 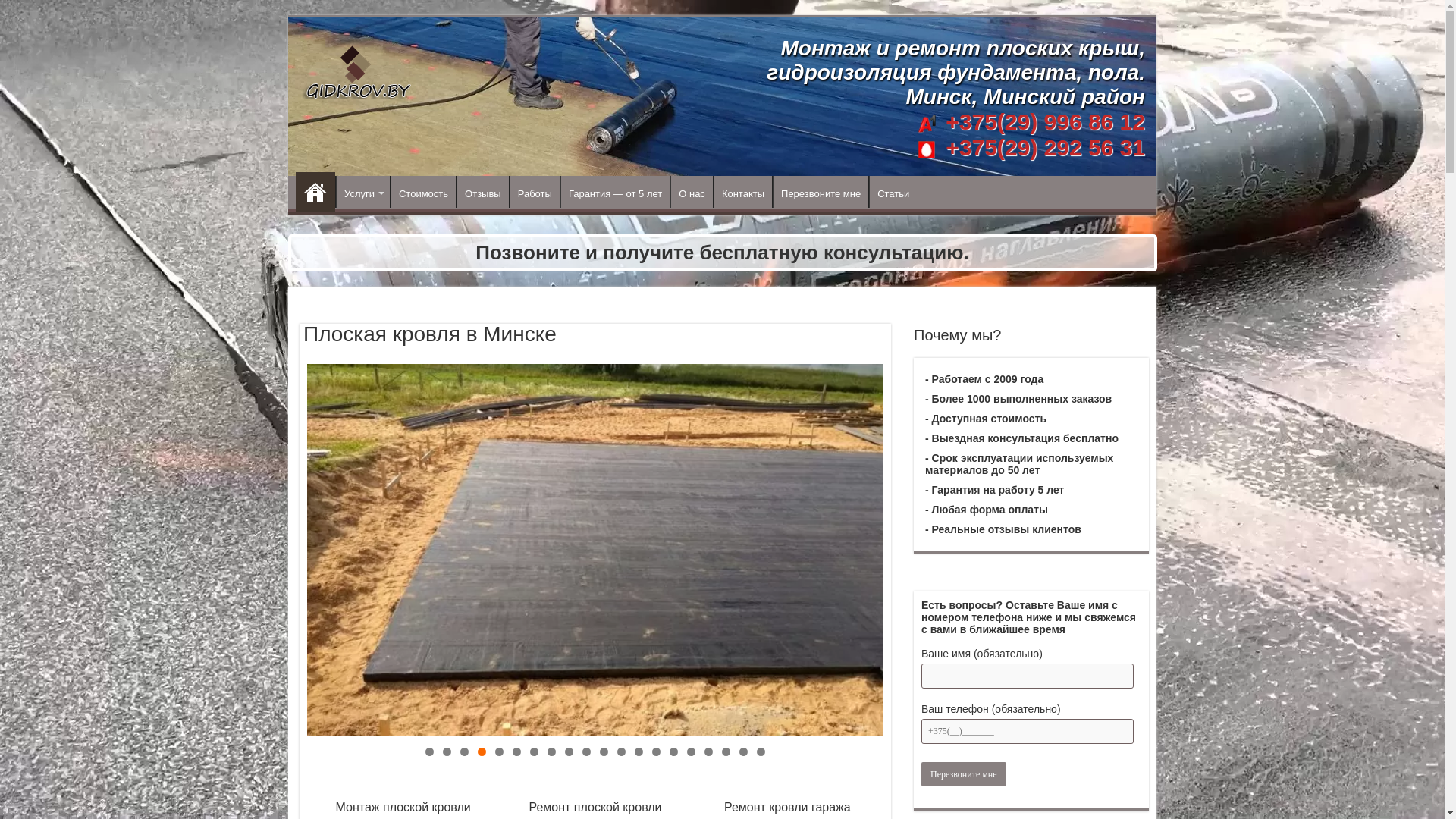 What do you see at coordinates (1041, 147) in the screenshot?
I see `'+375(29) 292 56 31'` at bounding box center [1041, 147].